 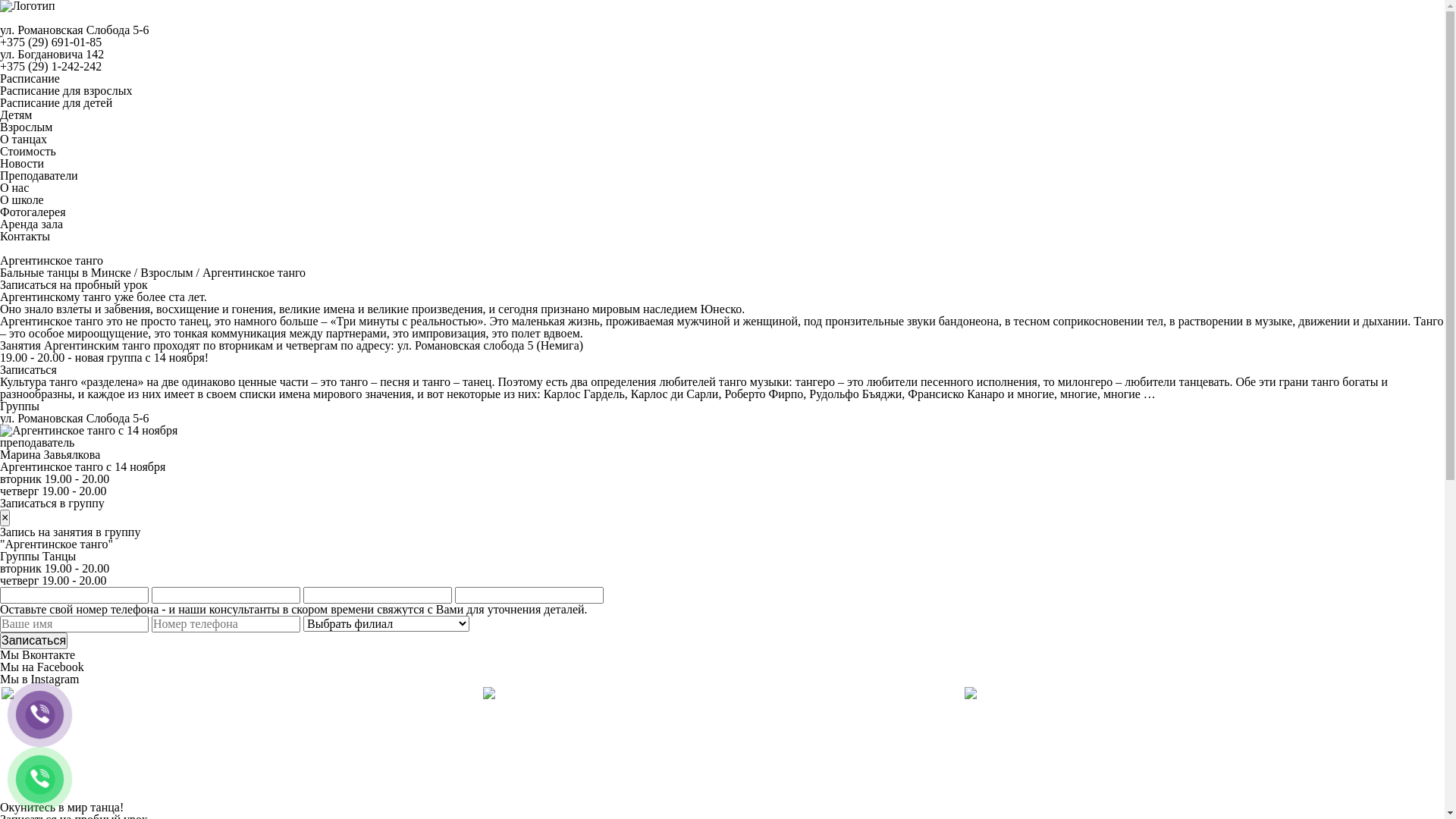 What do you see at coordinates (0, 65) in the screenshot?
I see `'+375 (29) 1-242-242'` at bounding box center [0, 65].